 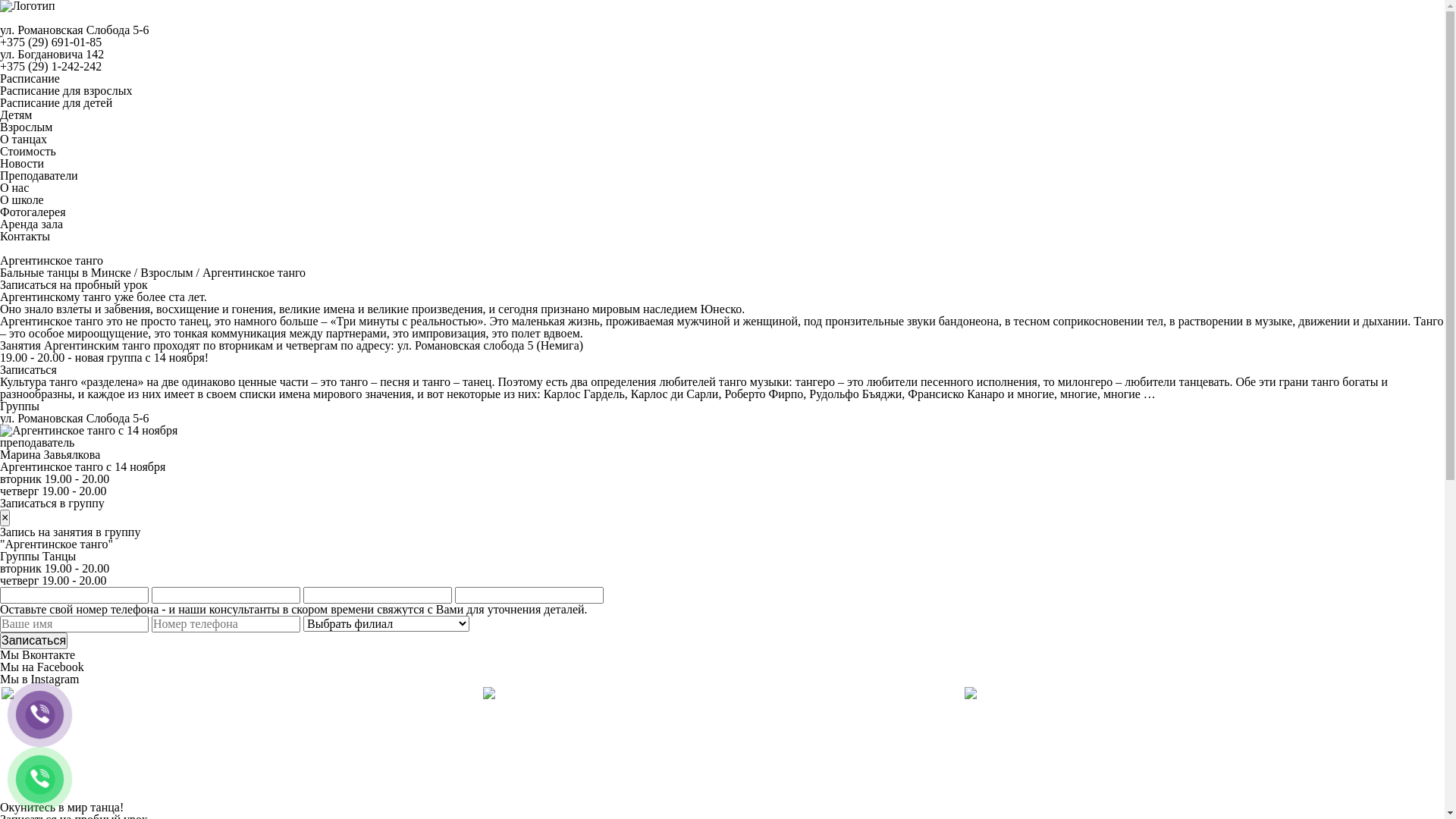 What do you see at coordinates (0, 65) in the screenshot?
I see `'+375 (29) 1-242-242'` at bounding box center [0, 65].